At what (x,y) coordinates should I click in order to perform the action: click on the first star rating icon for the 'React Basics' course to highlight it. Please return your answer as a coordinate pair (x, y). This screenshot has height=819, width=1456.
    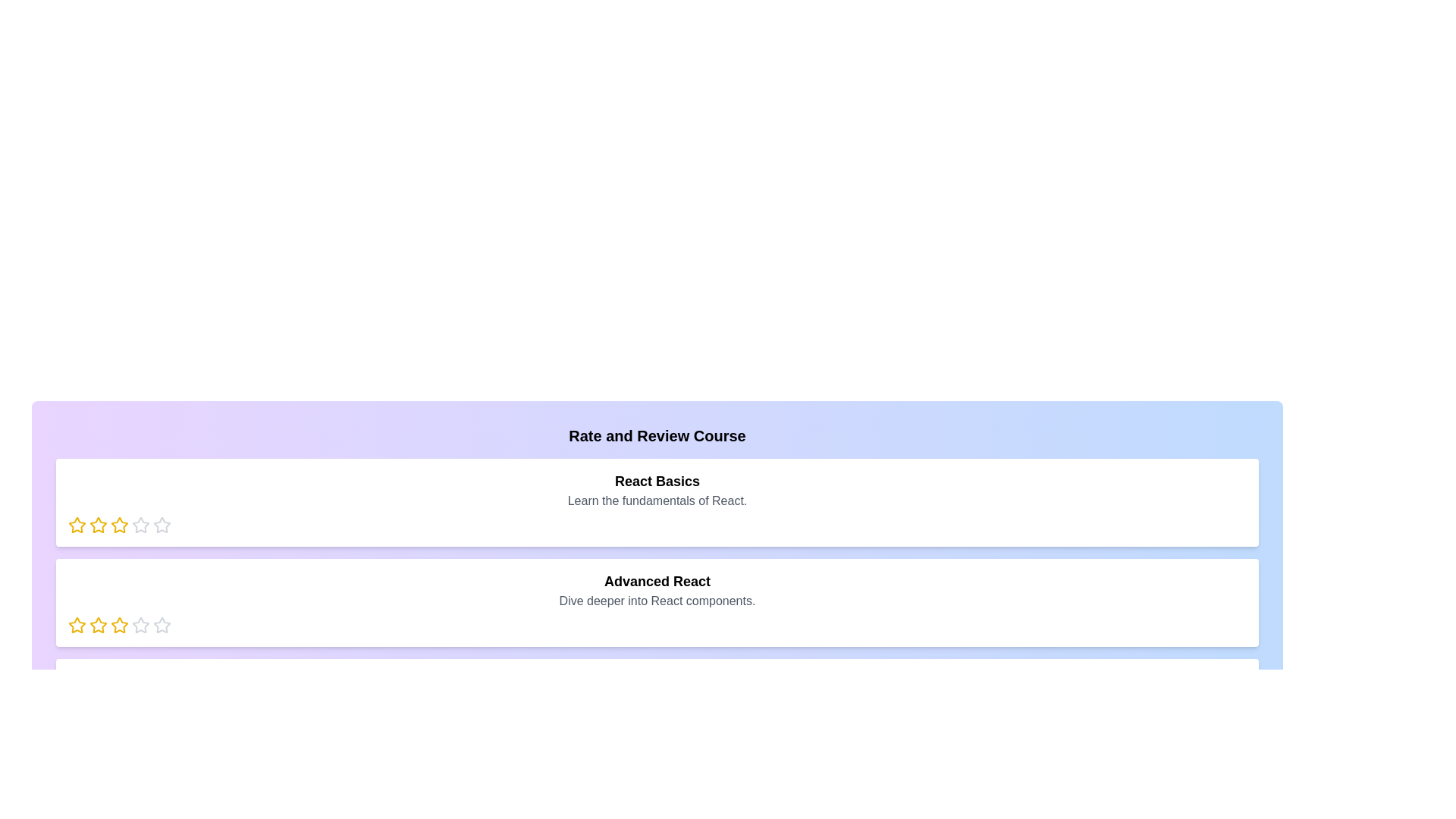
    Looking at the image, I should click on (76, 524).